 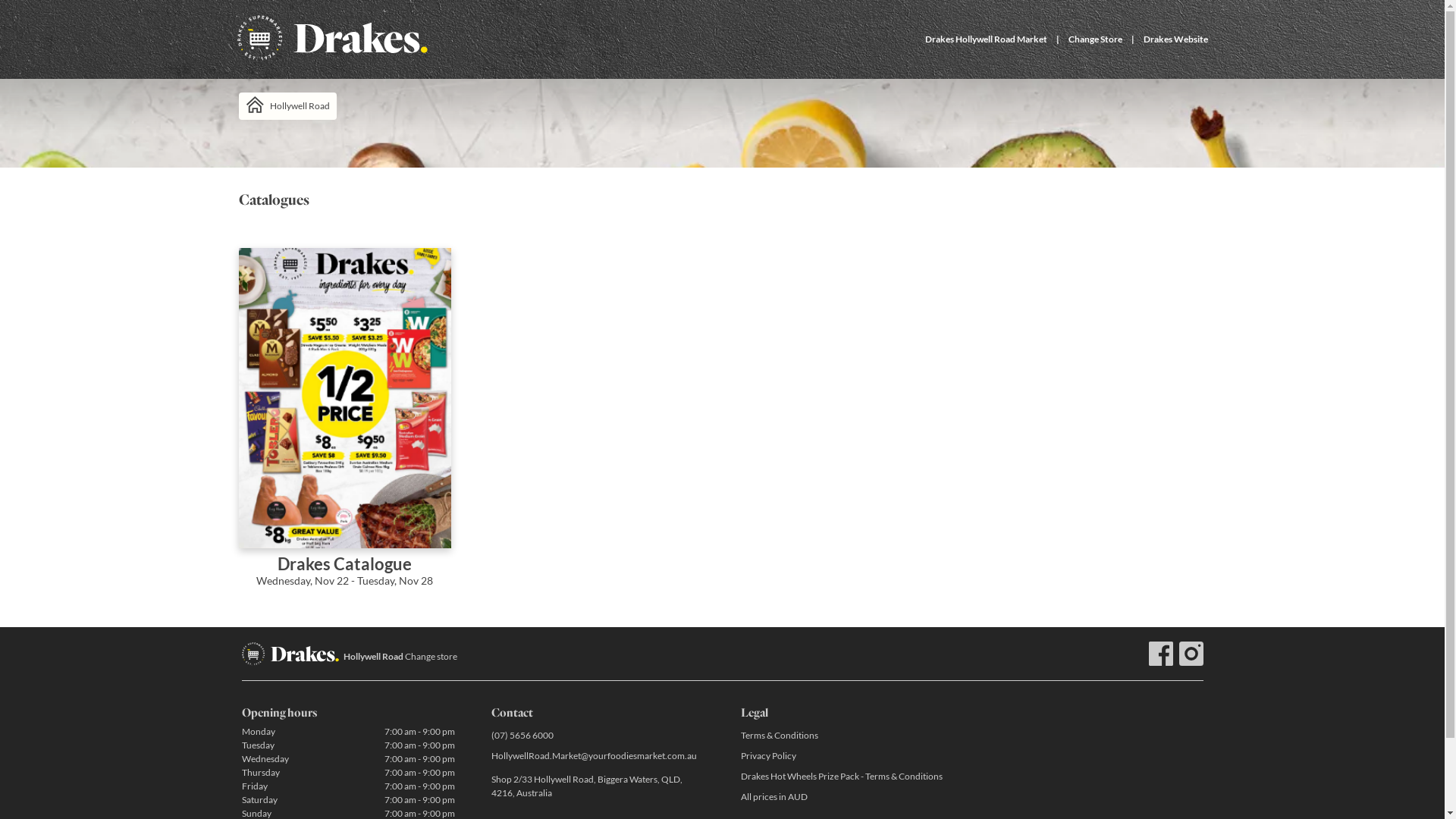 What do you see at coordinates (287, 105) in the screenshot?
I see `'Hollywell Road'` at bounding box center [287, 105].